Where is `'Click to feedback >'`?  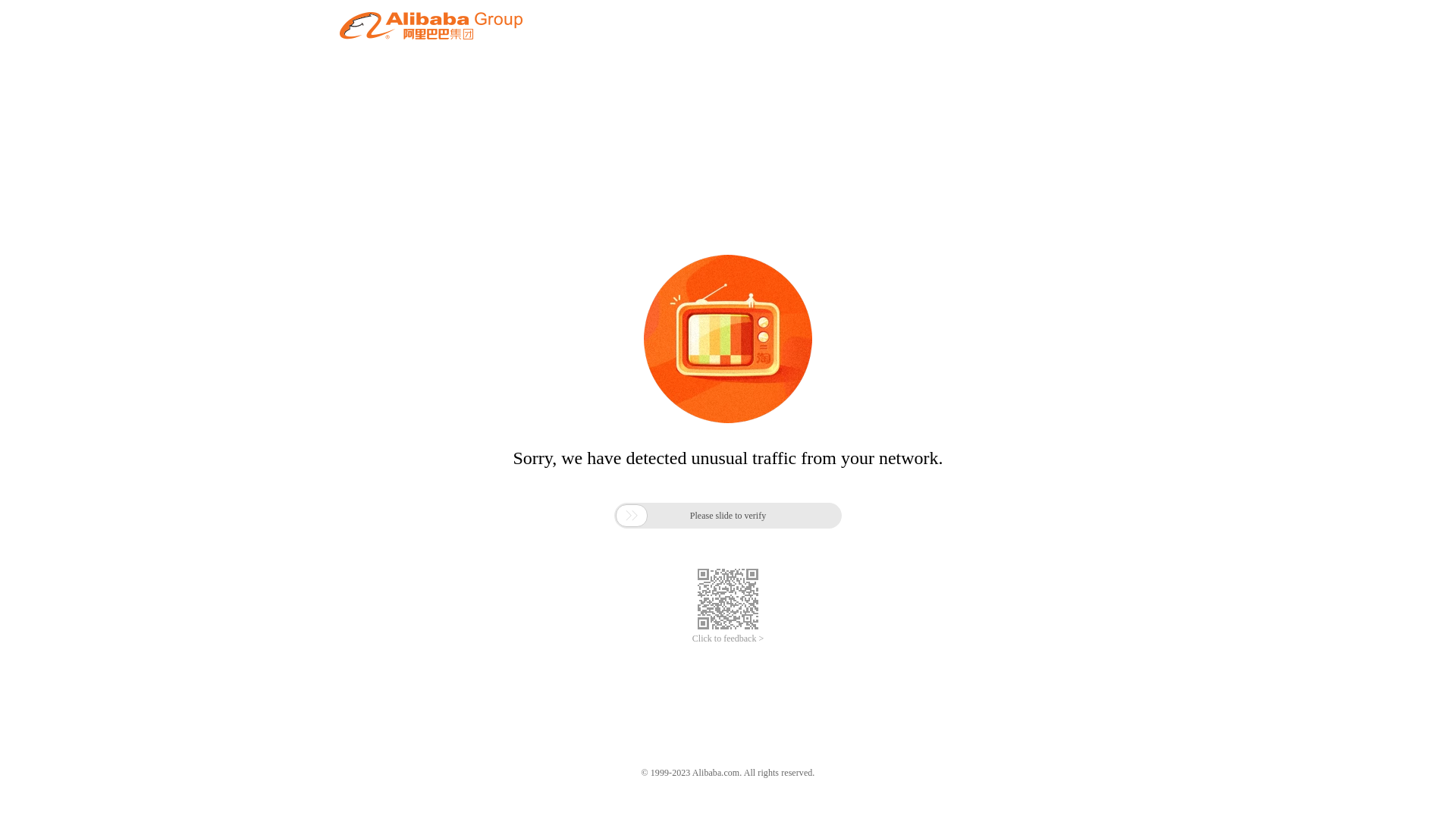
'Click to feedback >' is located at coordinates (728, 639).